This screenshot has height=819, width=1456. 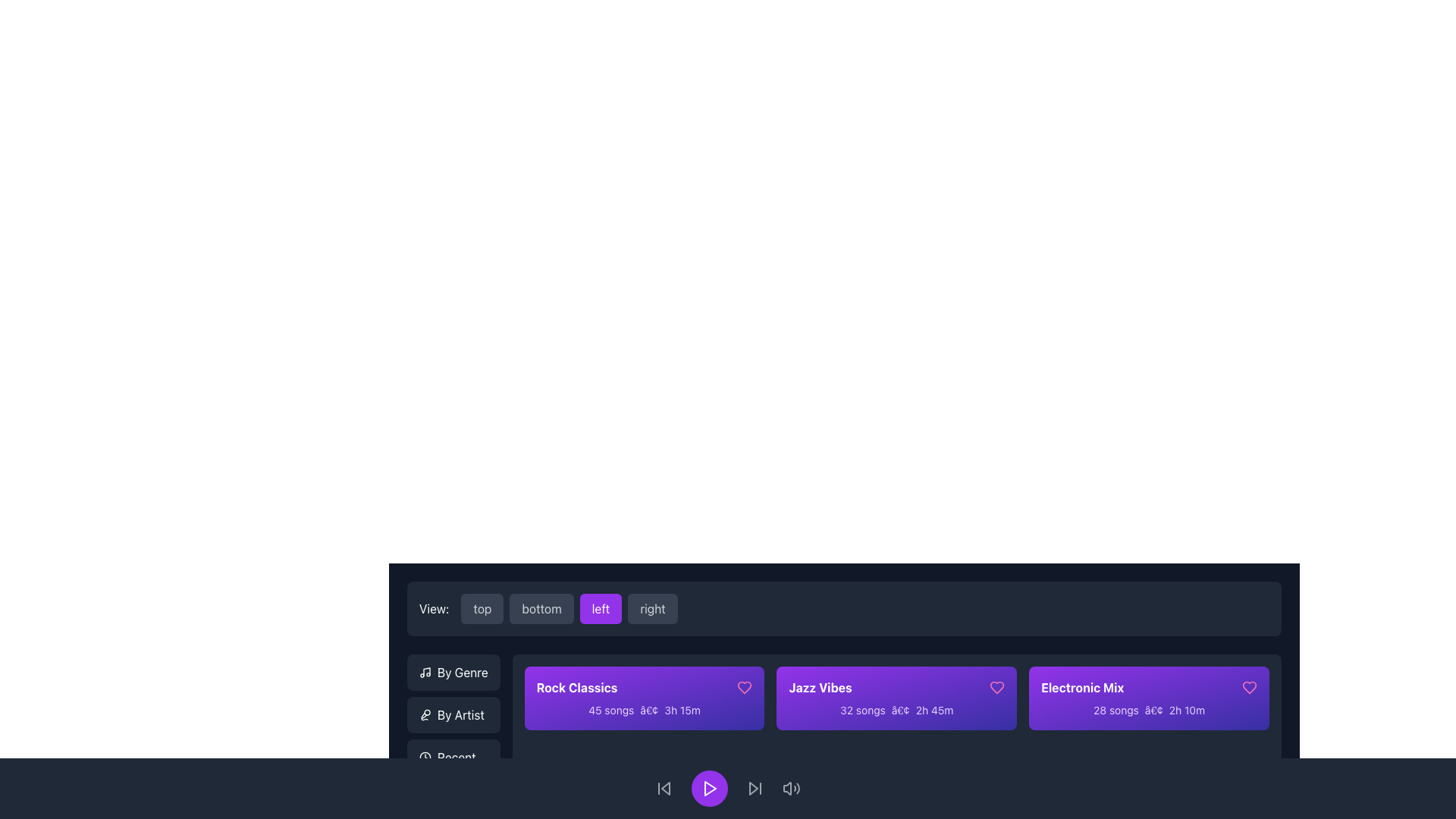 What do you see at coordinates (745, 687) in the screenshot?
I see `the pink heart-shaped icon located in the top-right corner of the 'Rock Classics' card` at bounding box center [745, 687].